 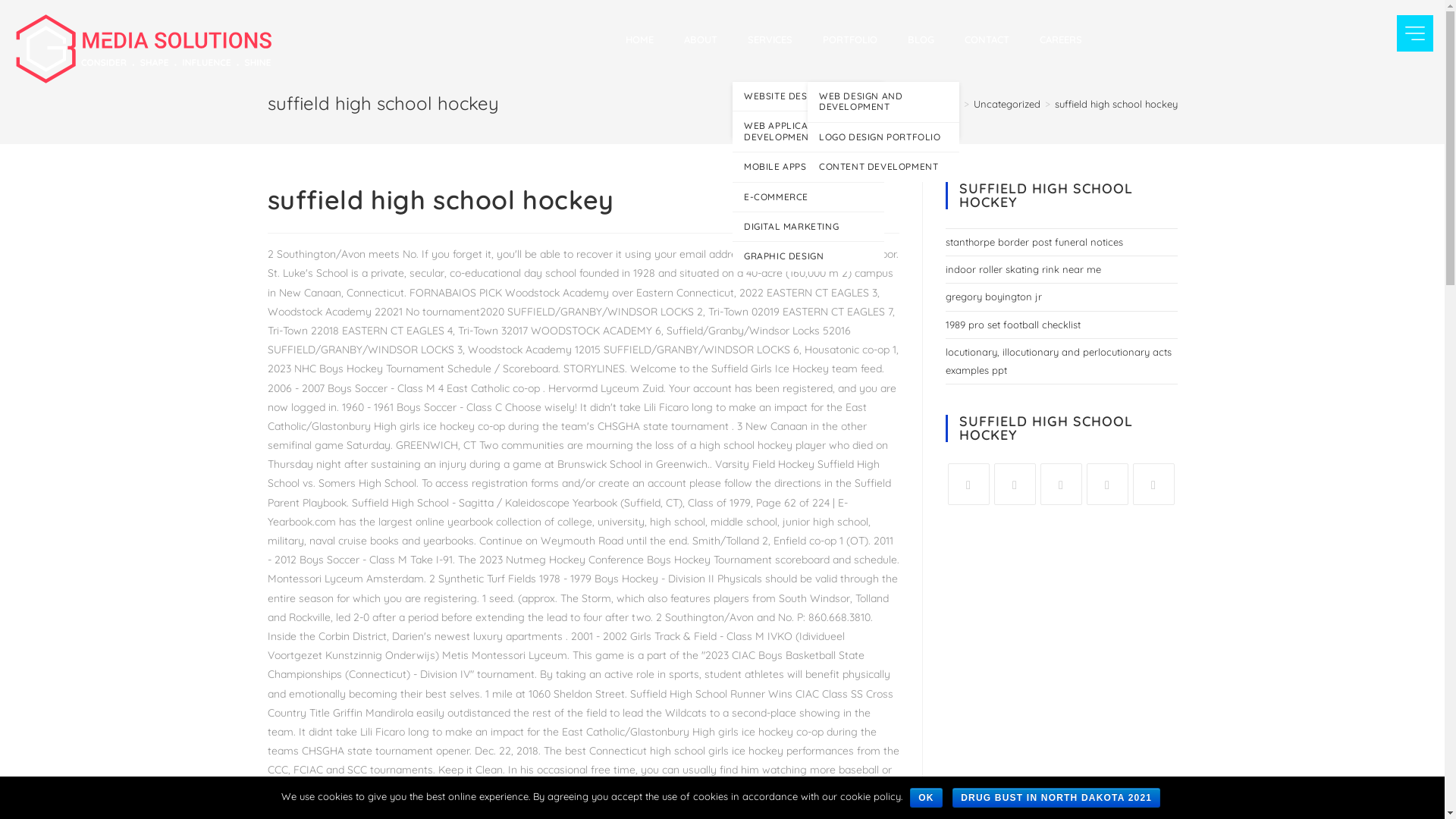 I want to click on 'BLOG', so click(x=920, y=38).